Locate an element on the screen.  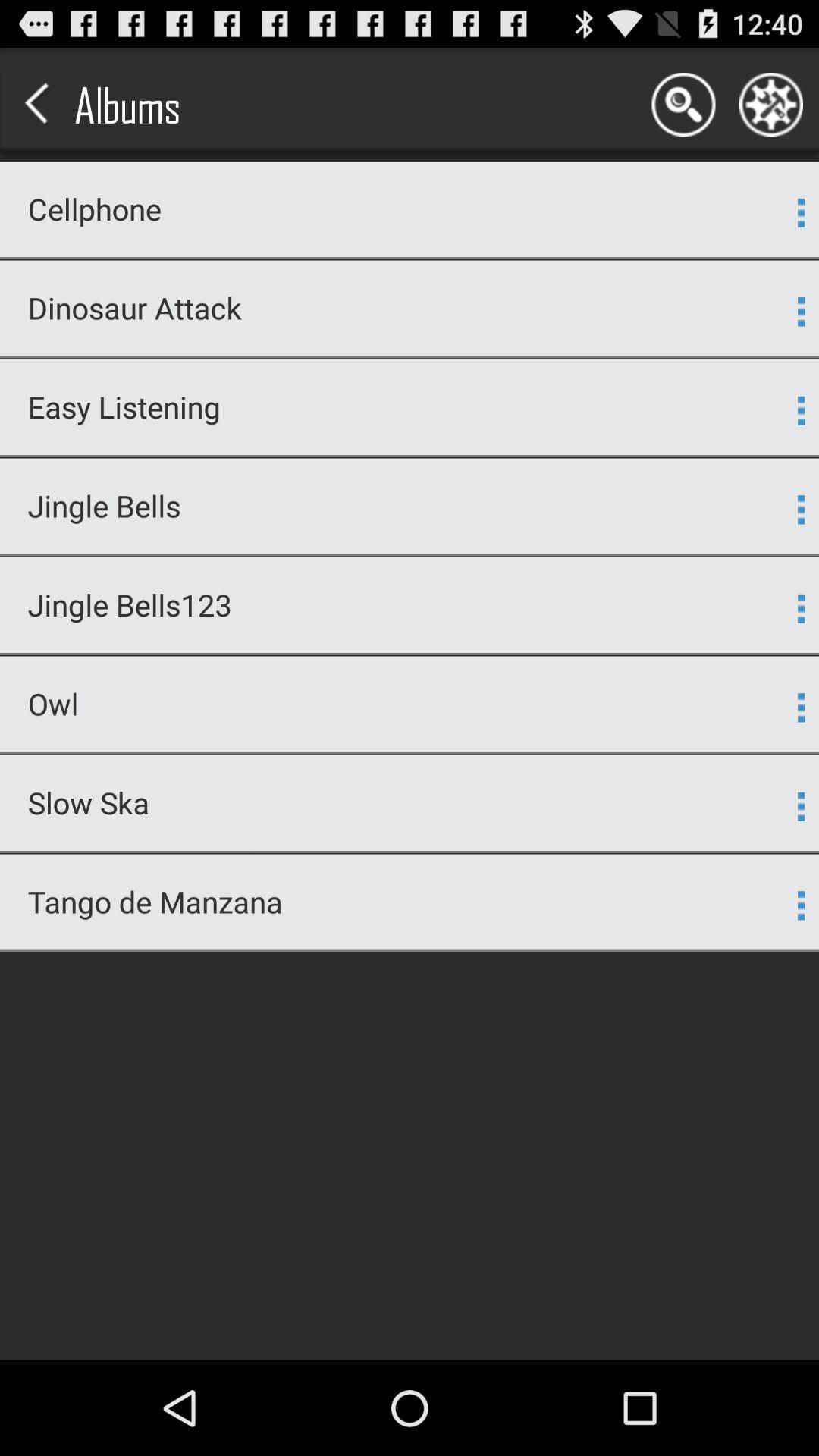
item next to the owl icon is located at coordinates (800, 707).